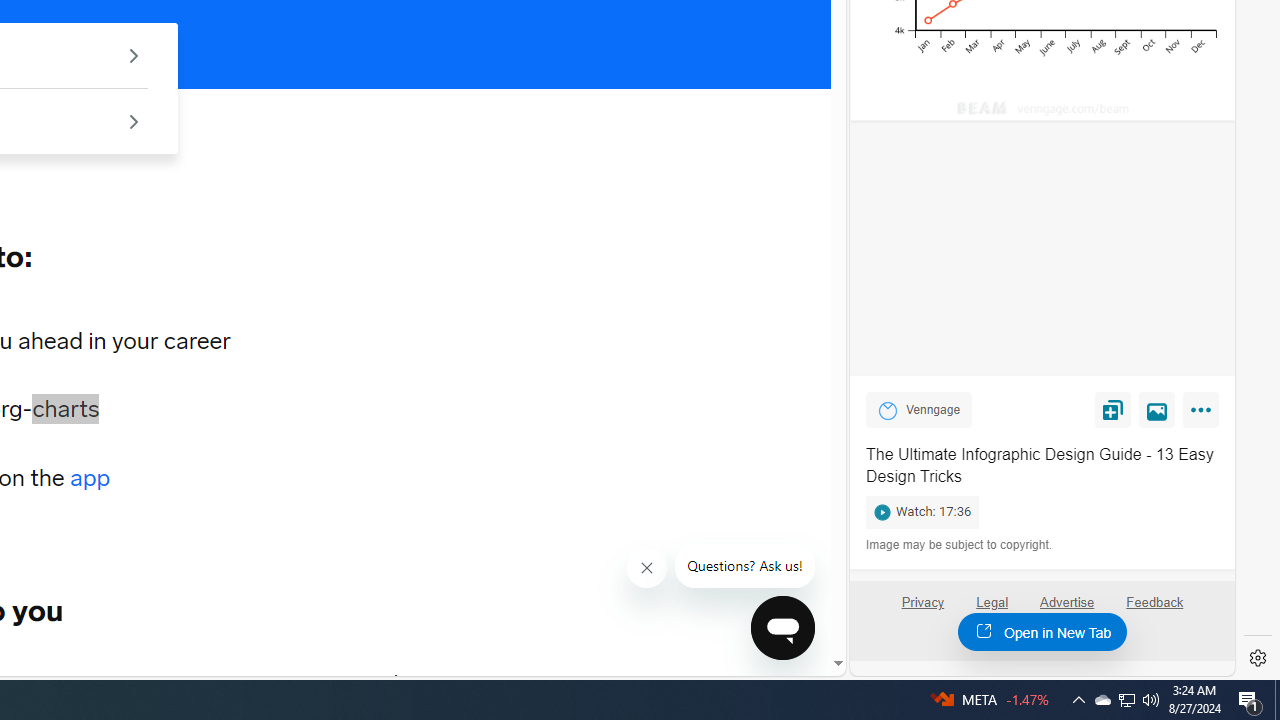 The height and width of the screenshot is (720, 1280). I want to click on 'Venngage', so click(887, 409).